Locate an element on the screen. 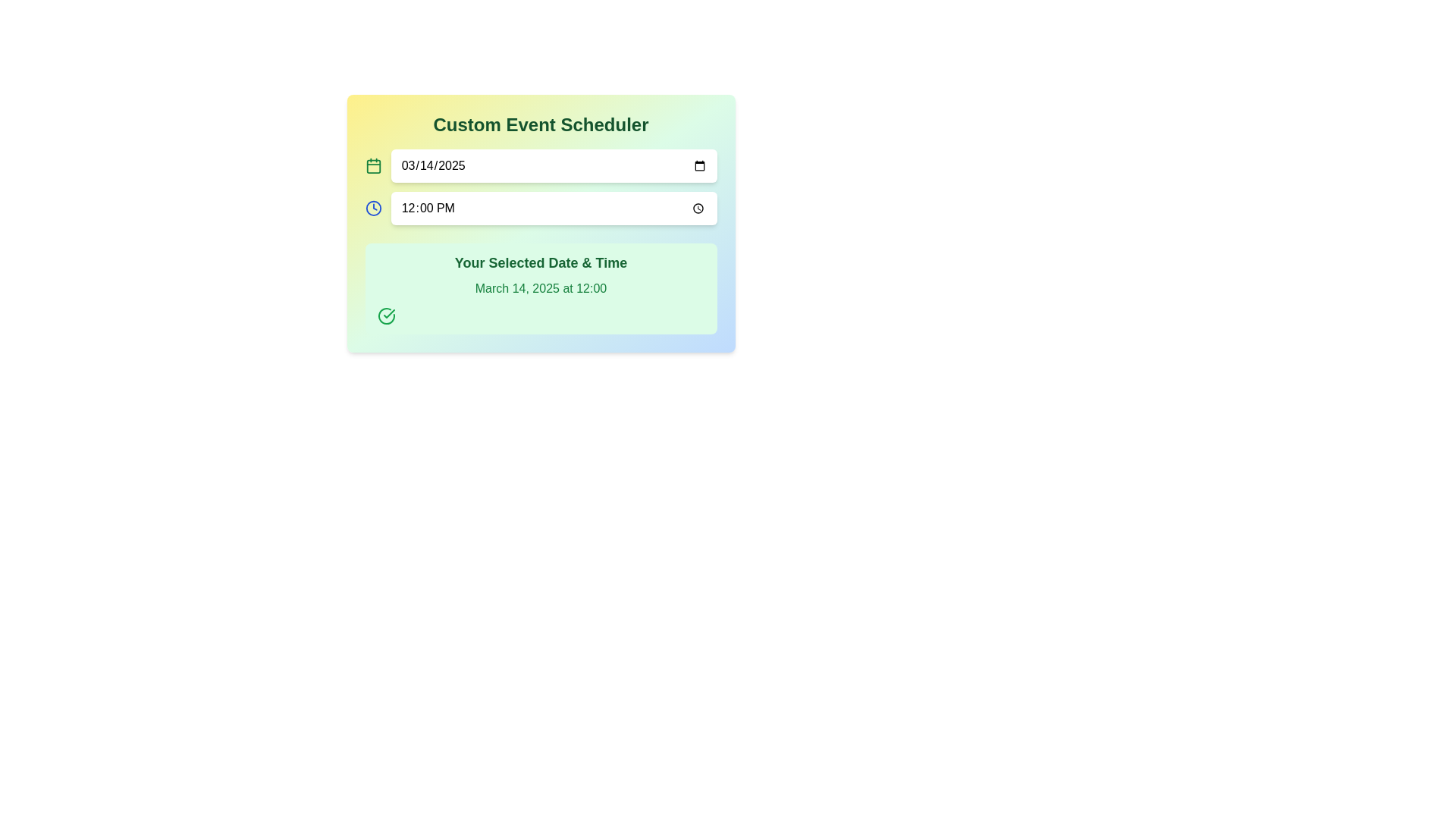 Image resolution: width=1456 pixels, height=819 pixels. the Label displaying 'March 14, 2025 at 12:00' in green font, located within the section titled 'Your Selected Date & Time' is located at coordinates (541, 289).